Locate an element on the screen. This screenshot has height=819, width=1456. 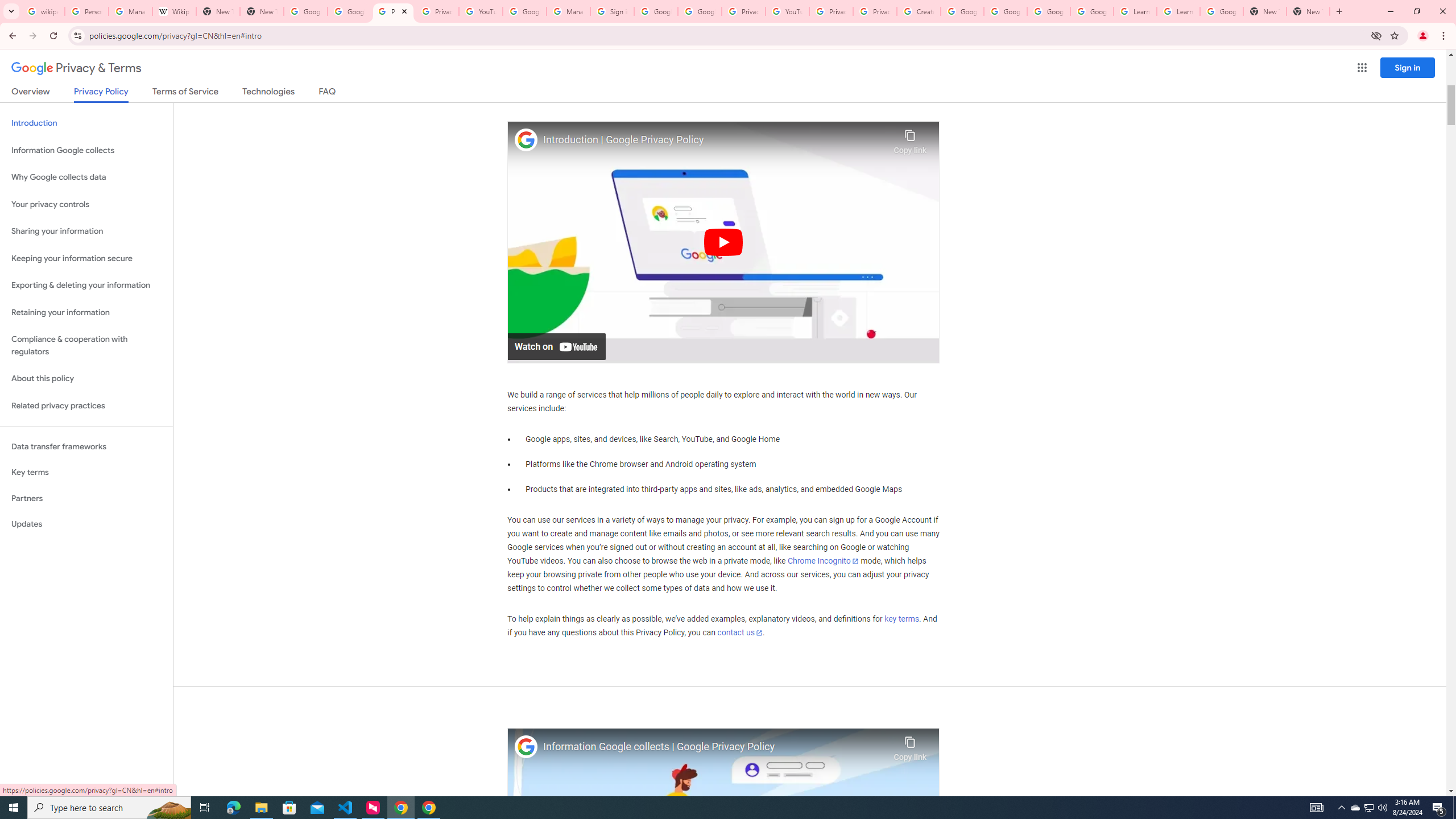
'Related privacy practices' is located at coordinates (86, 405).